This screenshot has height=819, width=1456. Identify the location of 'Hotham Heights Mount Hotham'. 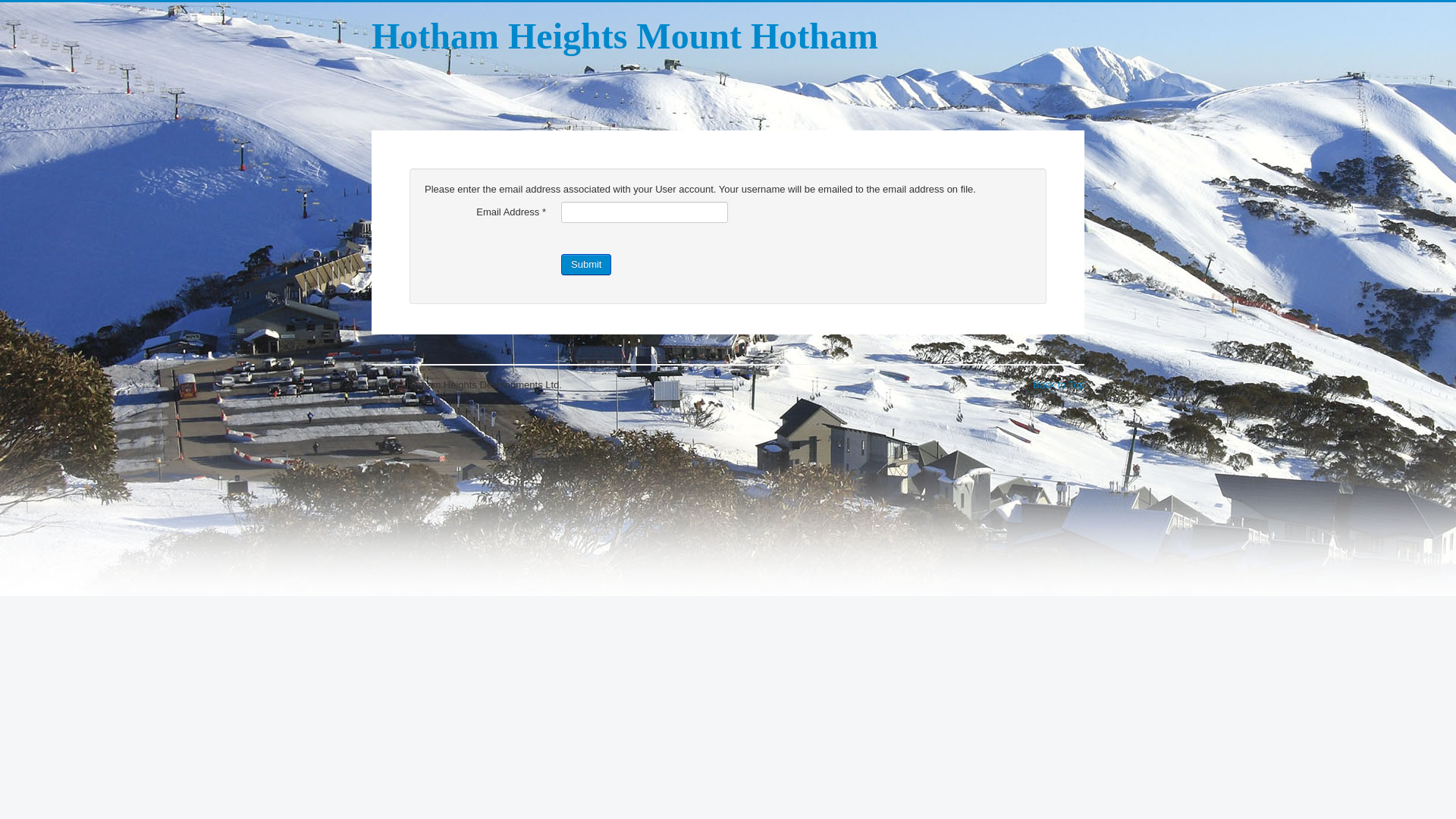
(625, 35).